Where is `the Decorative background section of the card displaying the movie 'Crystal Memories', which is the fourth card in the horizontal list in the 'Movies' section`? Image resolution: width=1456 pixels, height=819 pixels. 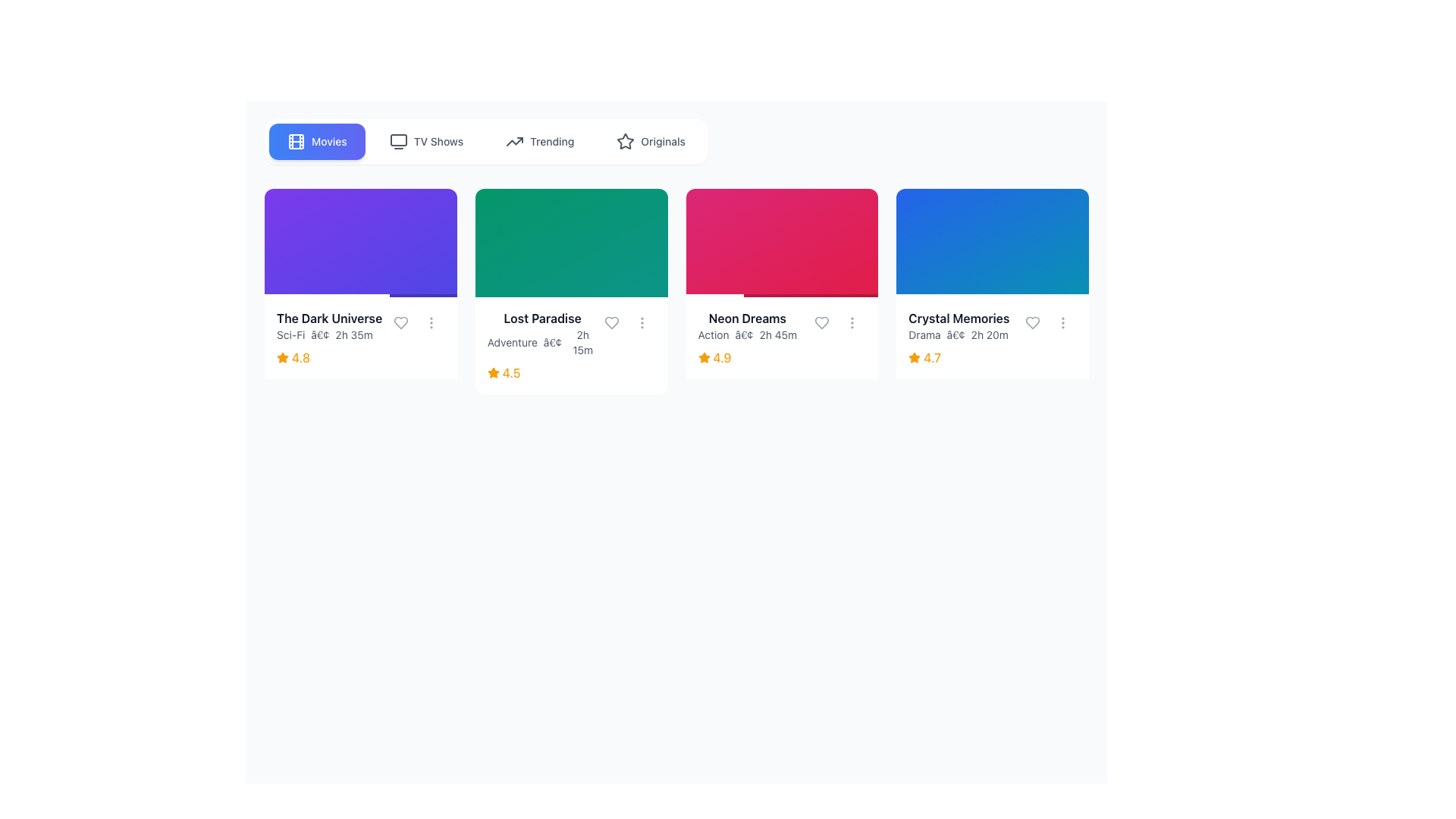
the Decorative background section of the card displaying the movie 'Crystal Memories', which is the fourth card in the horizontal list in the 'Movies' section is located at coordinates (993, 242).